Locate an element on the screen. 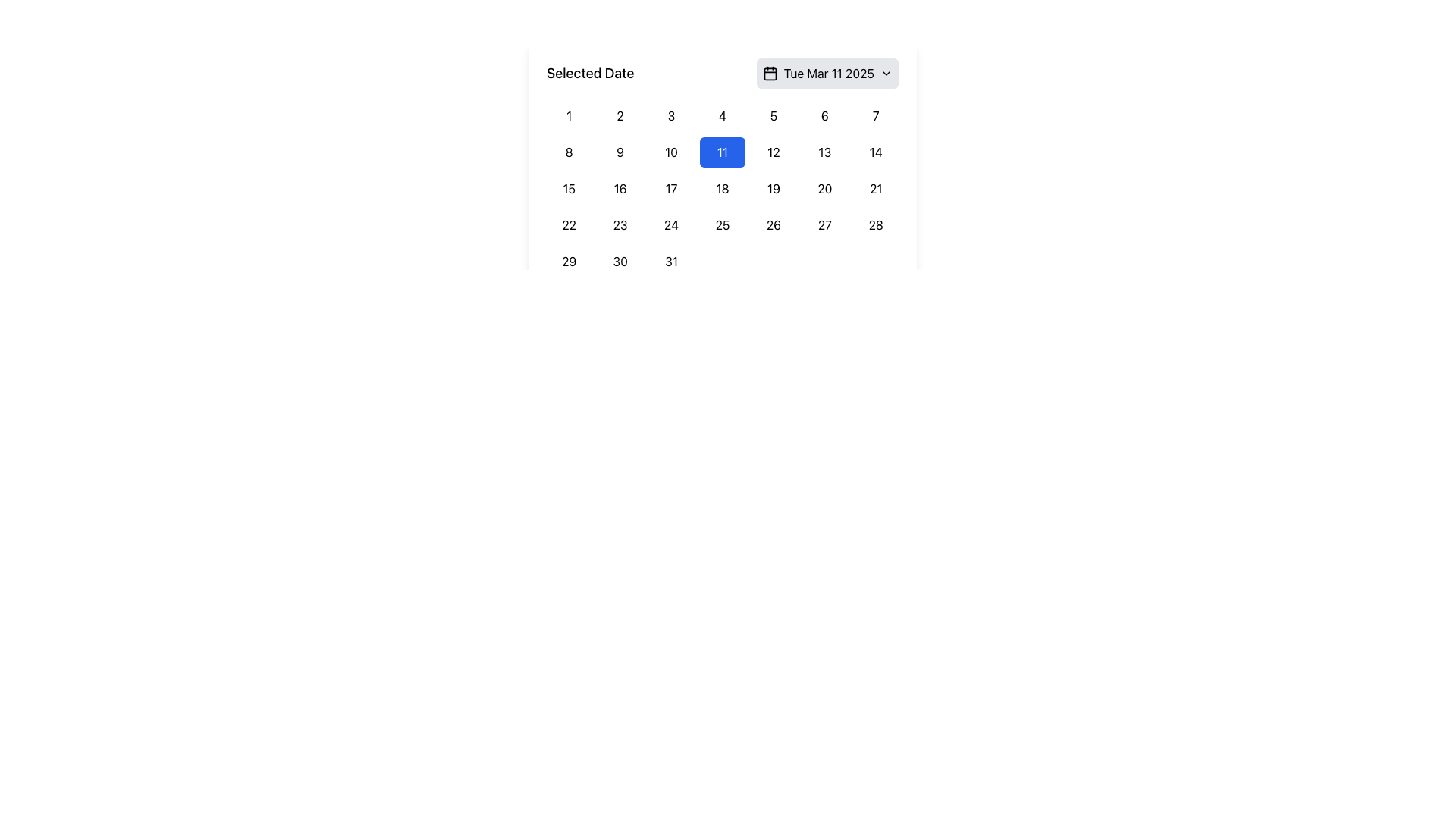 Image resolution: width=1456 pixels, height=819 pixels. the calendar date cell displaying the text '26' is located at coordinates (773, 225).